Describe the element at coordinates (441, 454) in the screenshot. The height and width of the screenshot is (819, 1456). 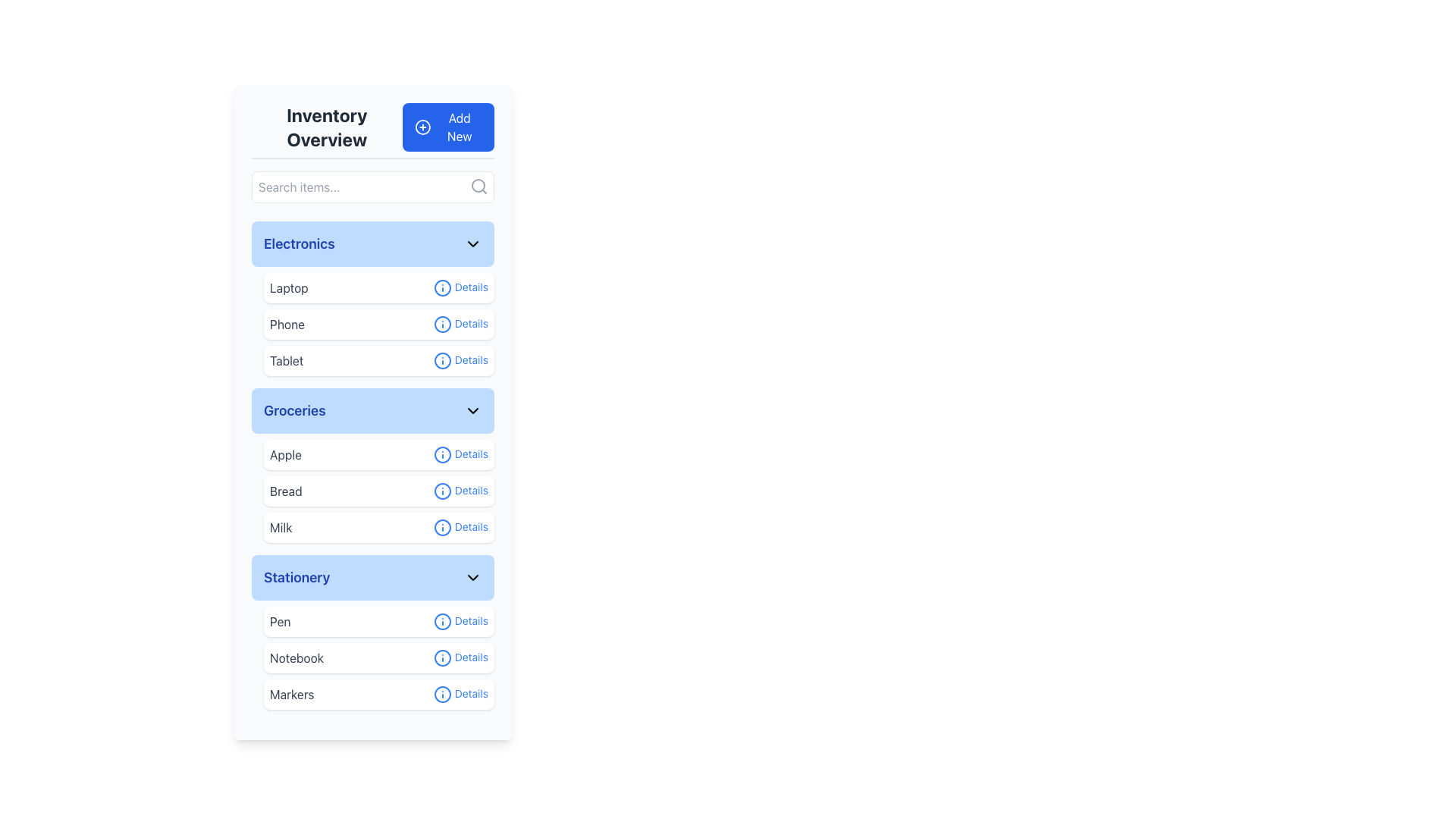
I see `the icon associated with the word 'Details' in the 'Groceries' section` at that location.